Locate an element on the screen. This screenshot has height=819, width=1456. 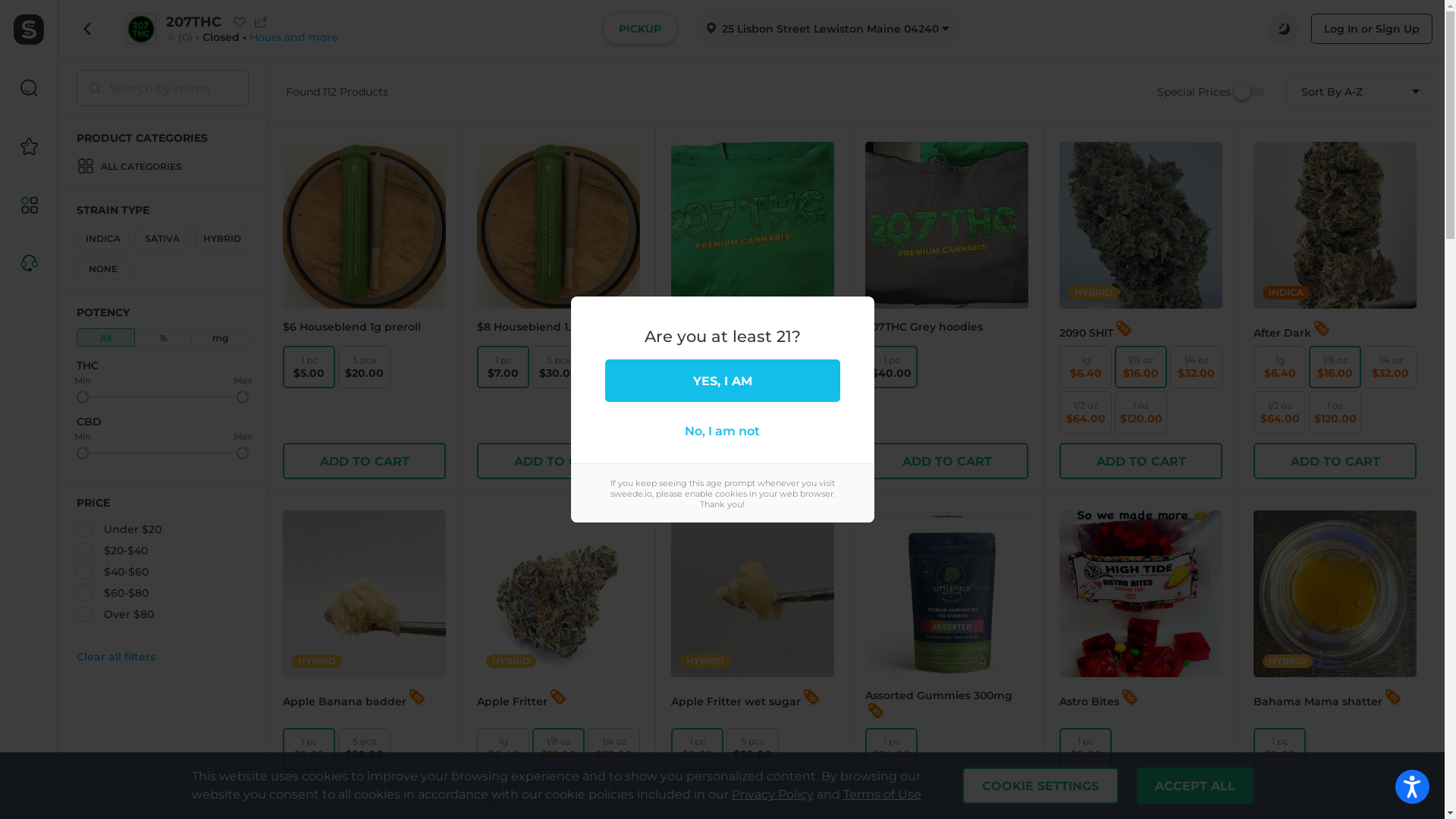
'No, I am not' is located at coordinates (722, 430).